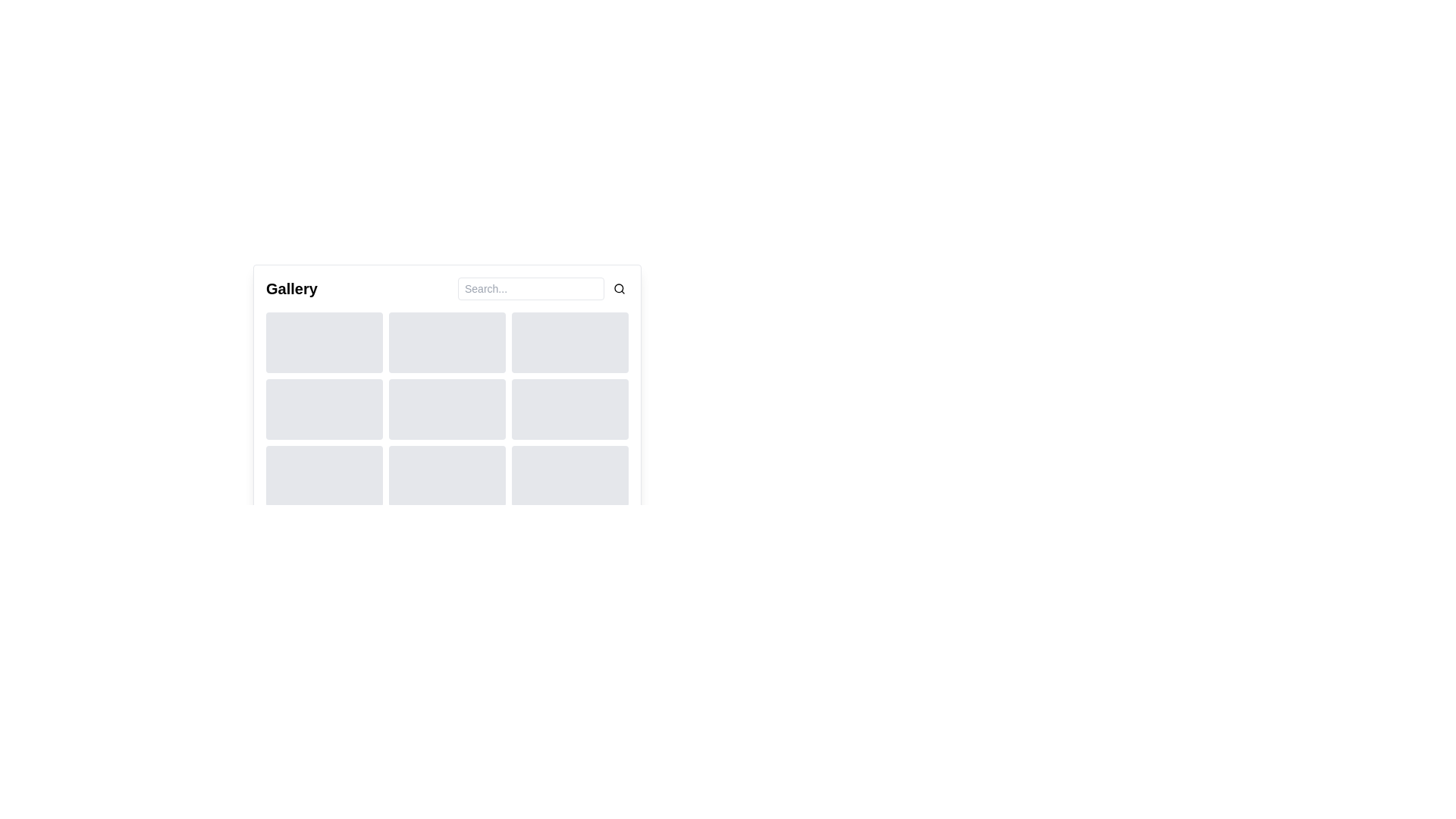  I want to click on the rectangular placeholder with rounded corners and light gray background located at the bottom-left corner of the grid, so click(323, 475).